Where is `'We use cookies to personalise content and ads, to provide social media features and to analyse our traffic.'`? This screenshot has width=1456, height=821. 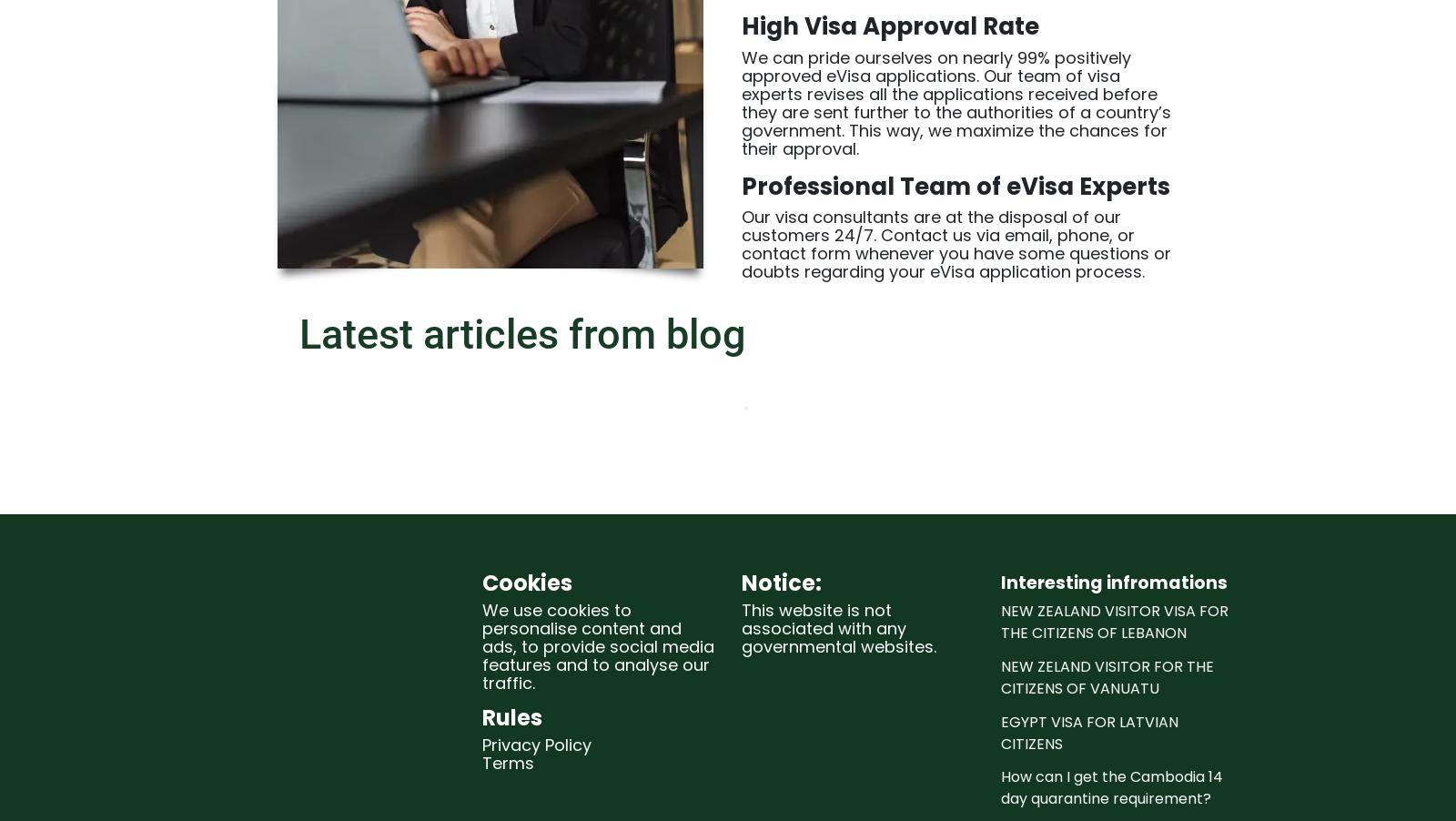 'We use cookies to personalise content and ads, to provide social media features and to analyse our traffic.' is located at coordinates (598, 645).